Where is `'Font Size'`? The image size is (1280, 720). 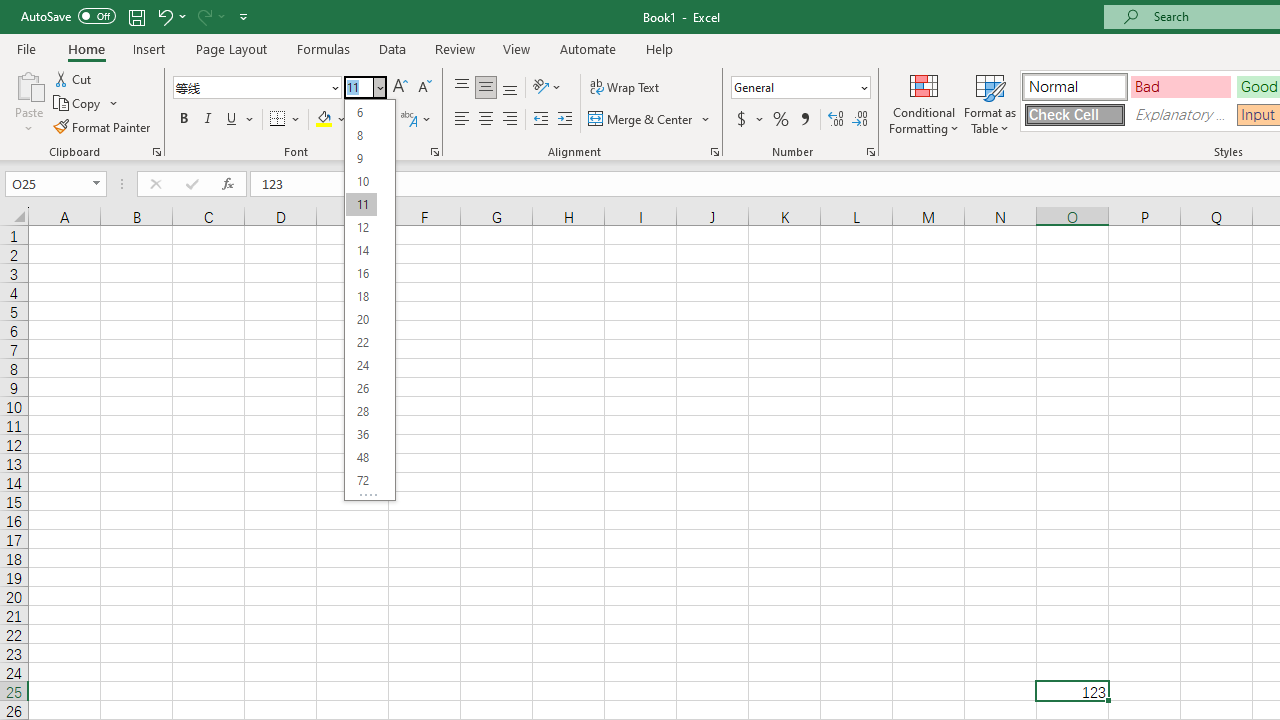
'Font Size' is located at coordinates (365, 86).